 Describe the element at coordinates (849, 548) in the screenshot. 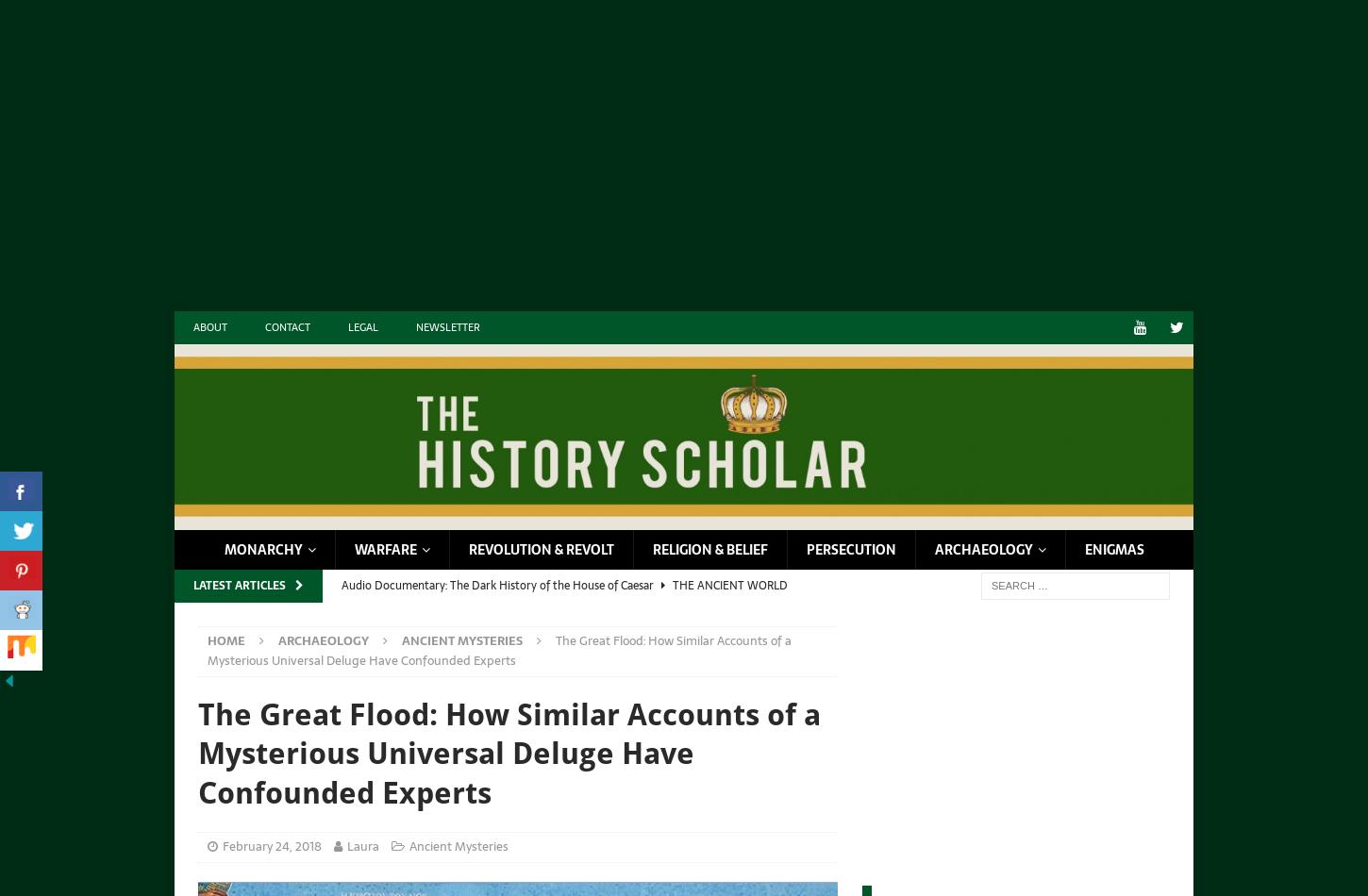

I see `'Persecution'` at that location.